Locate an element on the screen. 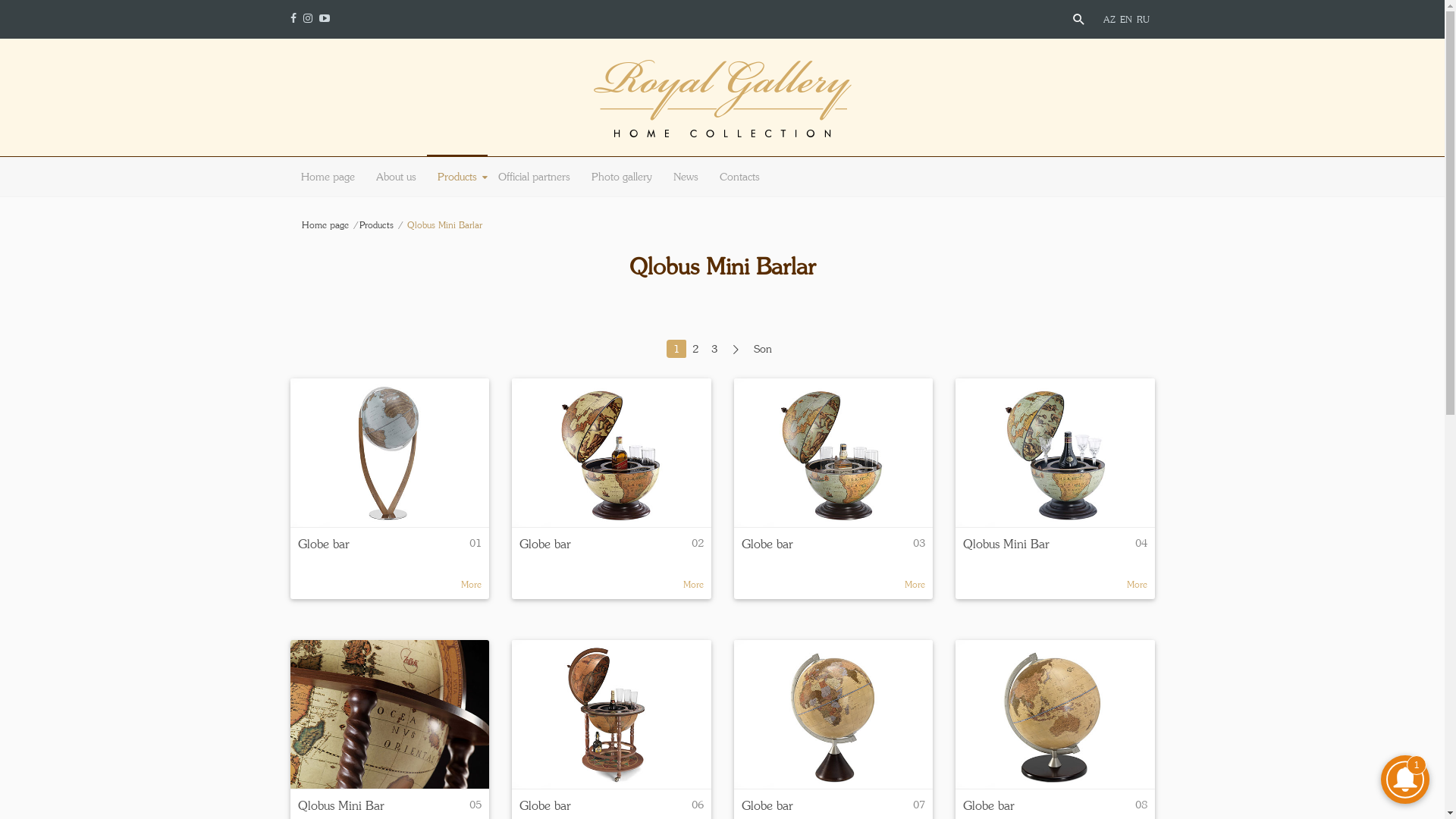 The width and height of the screenshot is (1456, 819). 'Globe bar' is located at coordinates (519, 552).